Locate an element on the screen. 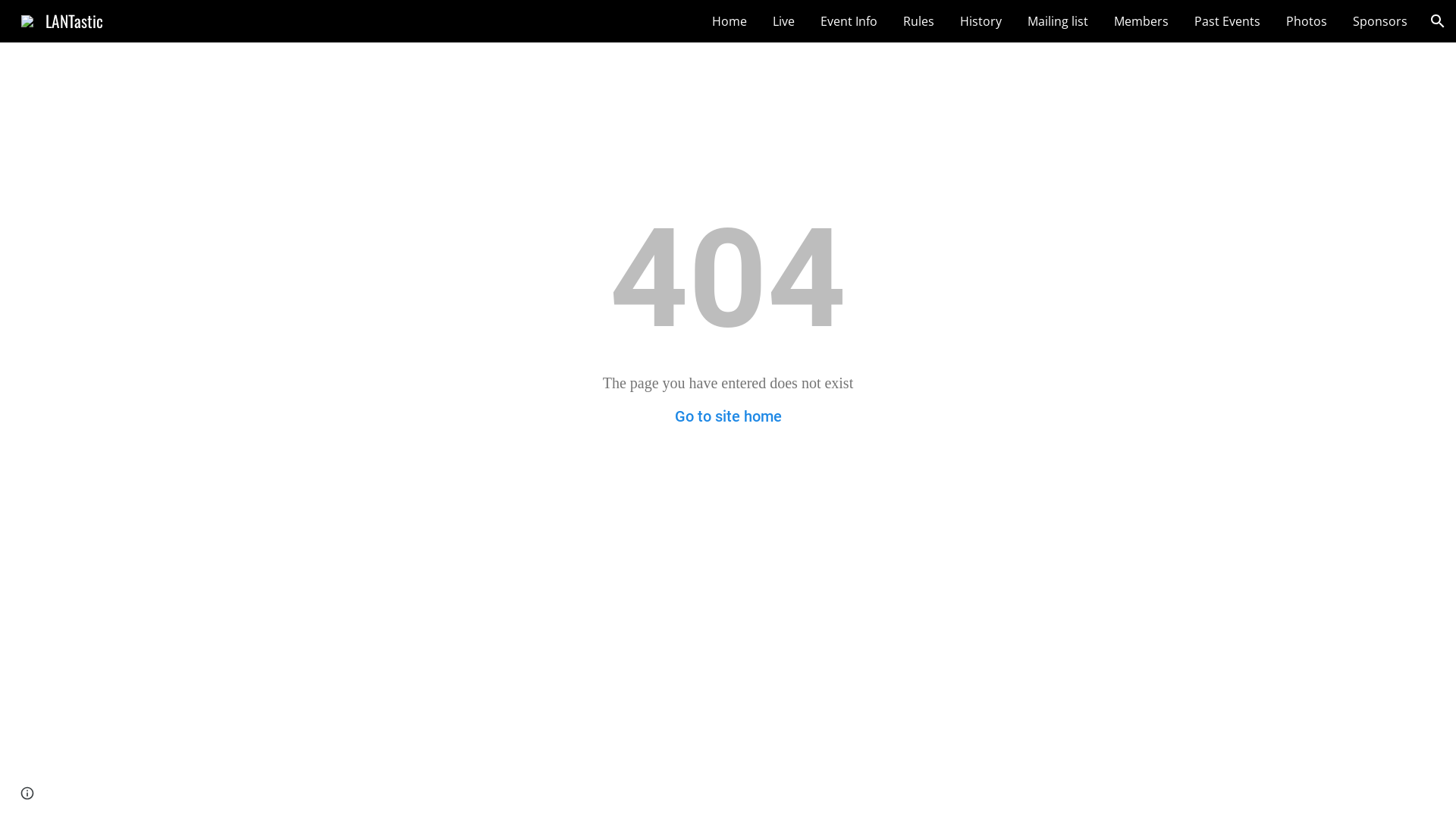 Image resolution: width=1456 pixels, height=819 pixels. 'LANTastic' is located at coordinates (11, 18).